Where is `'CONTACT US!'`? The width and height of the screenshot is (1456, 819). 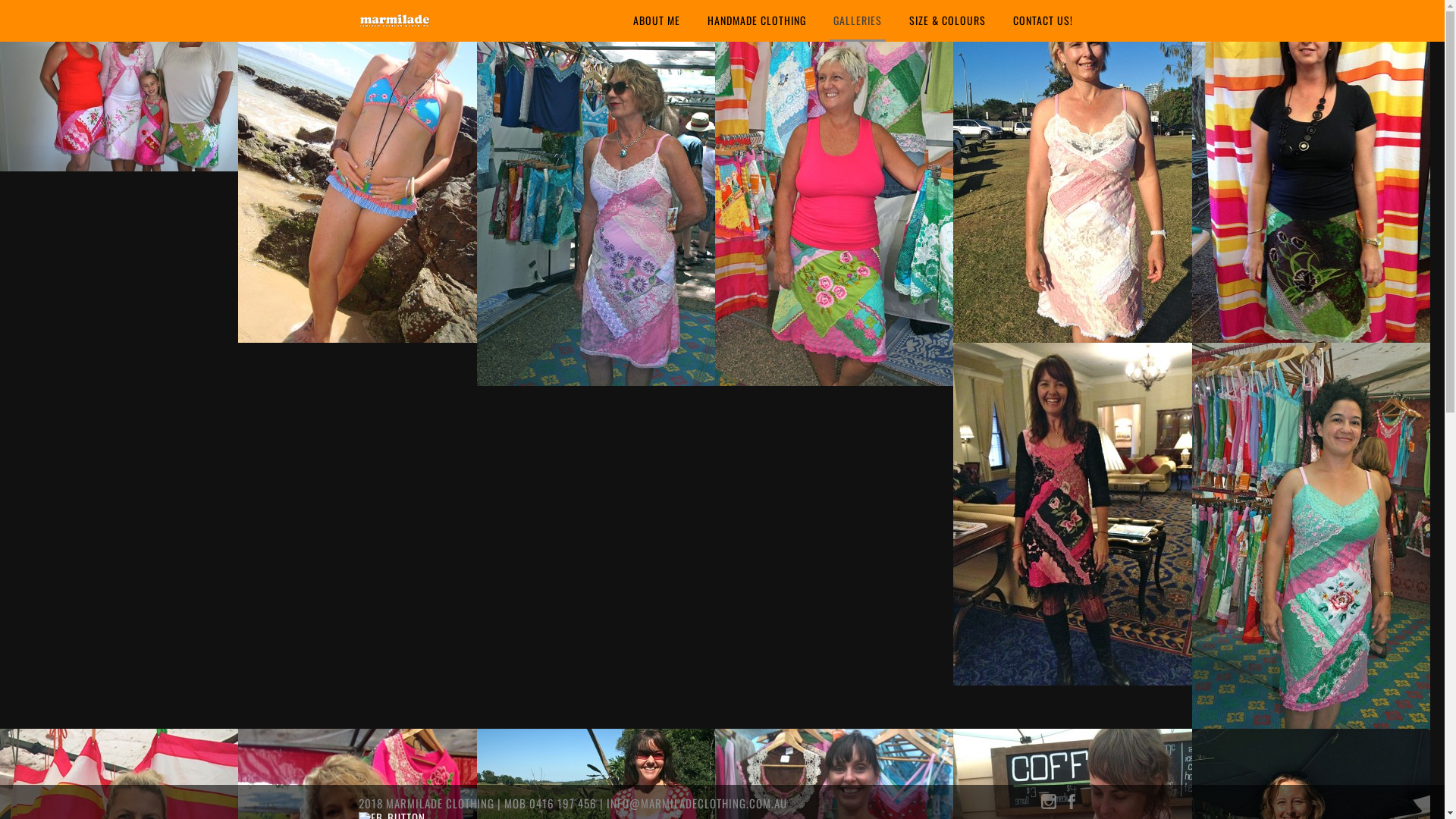
'CONTACT US!' is located at coordinates (1041, 20).